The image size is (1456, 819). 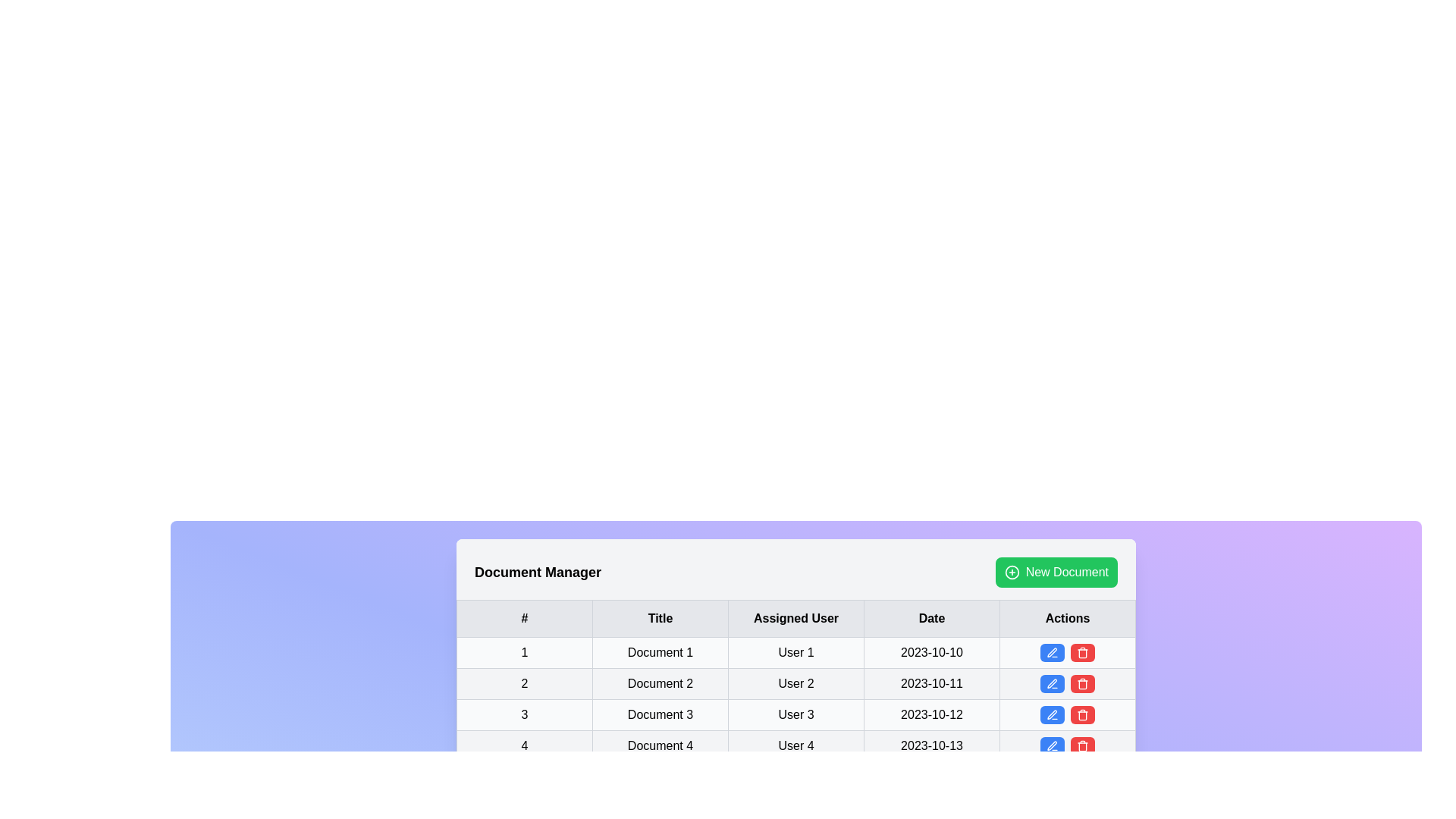 What do you see at coordinates (524, 745) in the screenshot?
I see `the text content in the first cell of the last row of the table under the column header '#', which displays the serial number or identifier` at bounding box center [524, 745].